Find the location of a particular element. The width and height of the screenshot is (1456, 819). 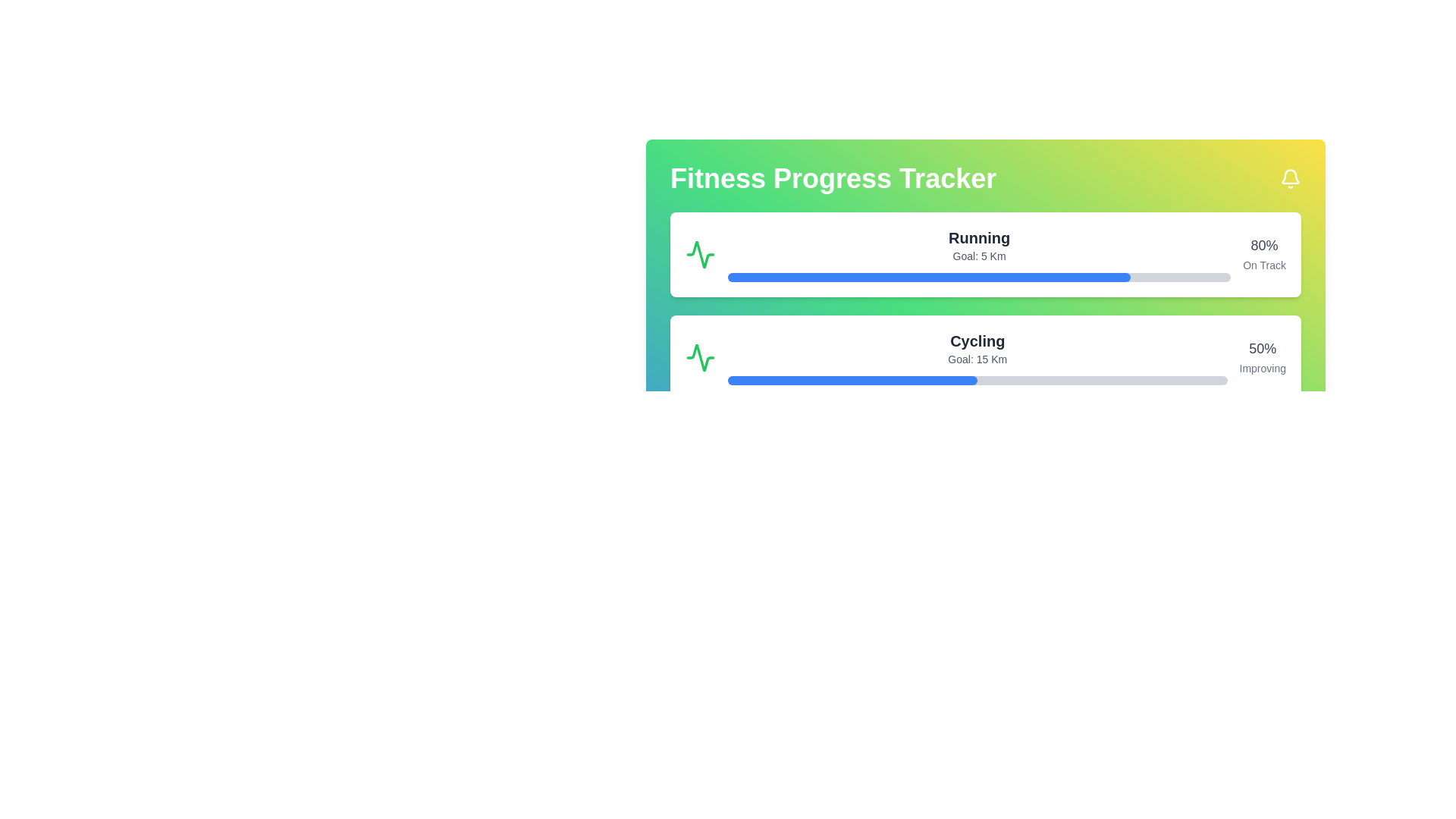

the text label displaying 'Goal: 5 Km' located beneath the 'Running' heading is located at coordinates (979, 256).